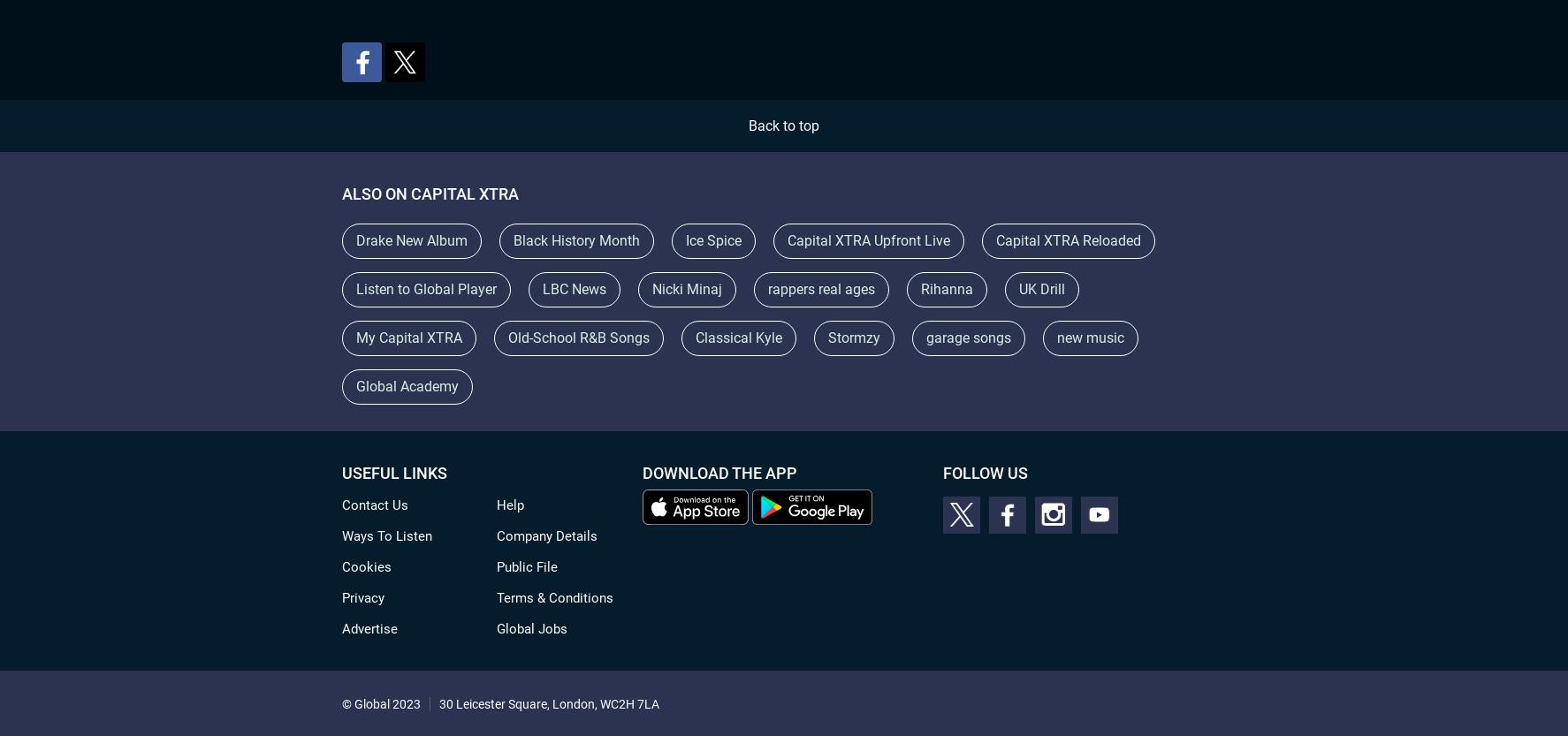 Image resolution: width=1568 pixels, height=736 pixels. What do you see at coordinates (984, 473) in the screenshot?
I see `'Follow Us'` at bounding box center [984, 473].